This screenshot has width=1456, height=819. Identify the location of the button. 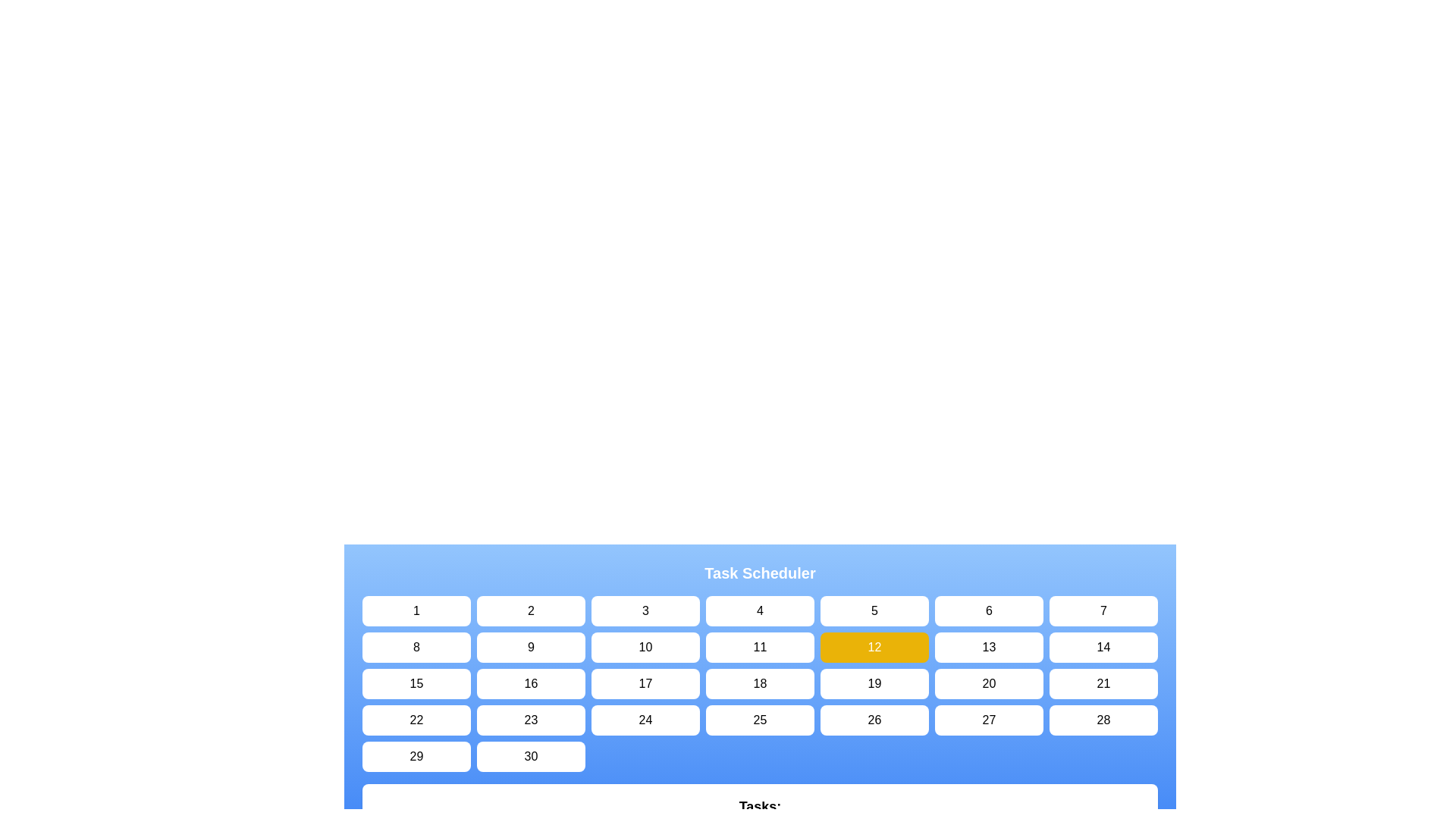
(416, 684).